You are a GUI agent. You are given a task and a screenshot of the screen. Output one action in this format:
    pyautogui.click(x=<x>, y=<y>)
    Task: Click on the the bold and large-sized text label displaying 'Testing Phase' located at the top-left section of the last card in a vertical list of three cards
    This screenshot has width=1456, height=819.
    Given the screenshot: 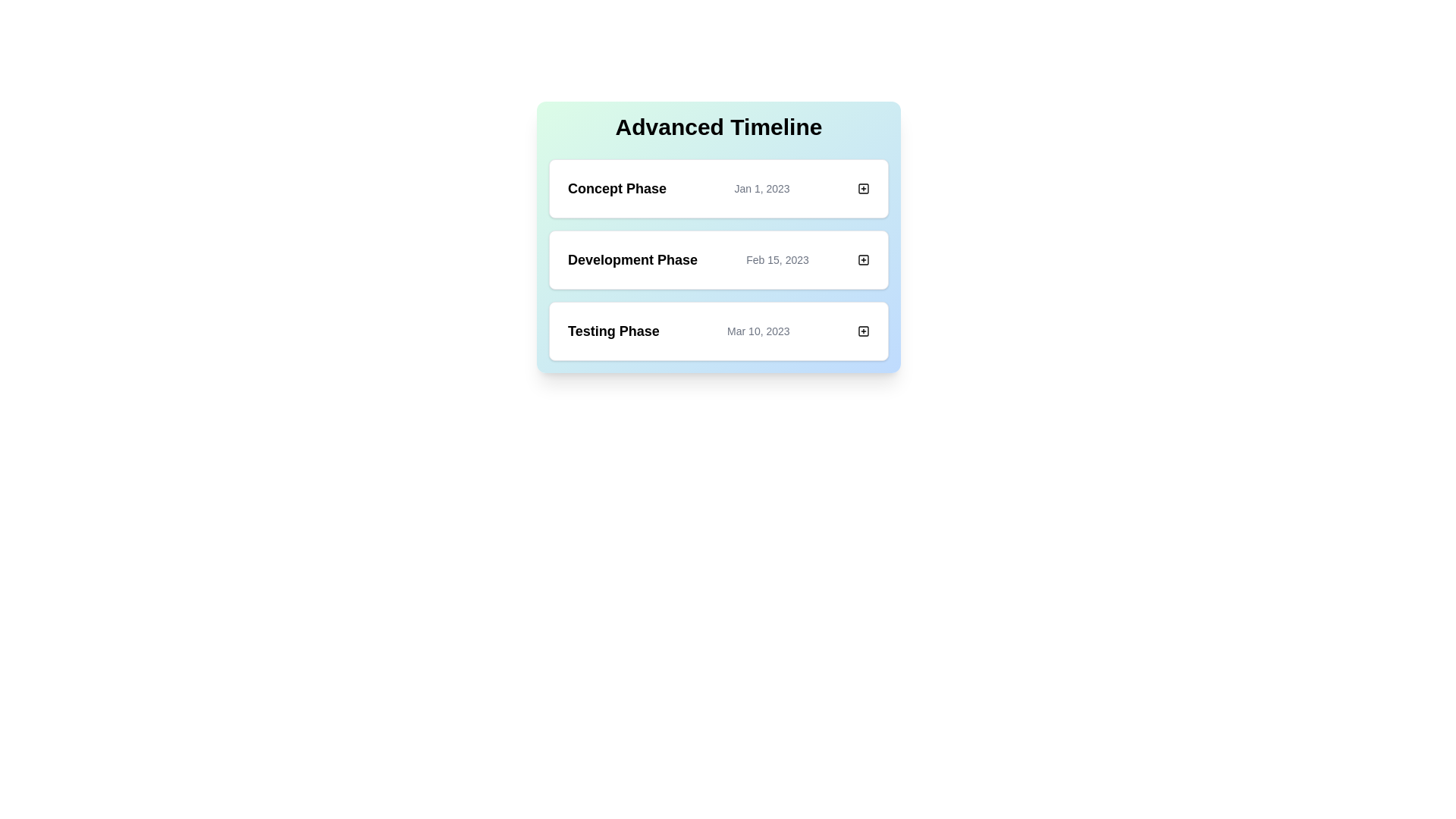 What is the action you would take?
    pyautogui.click(x=613, y=330)
    